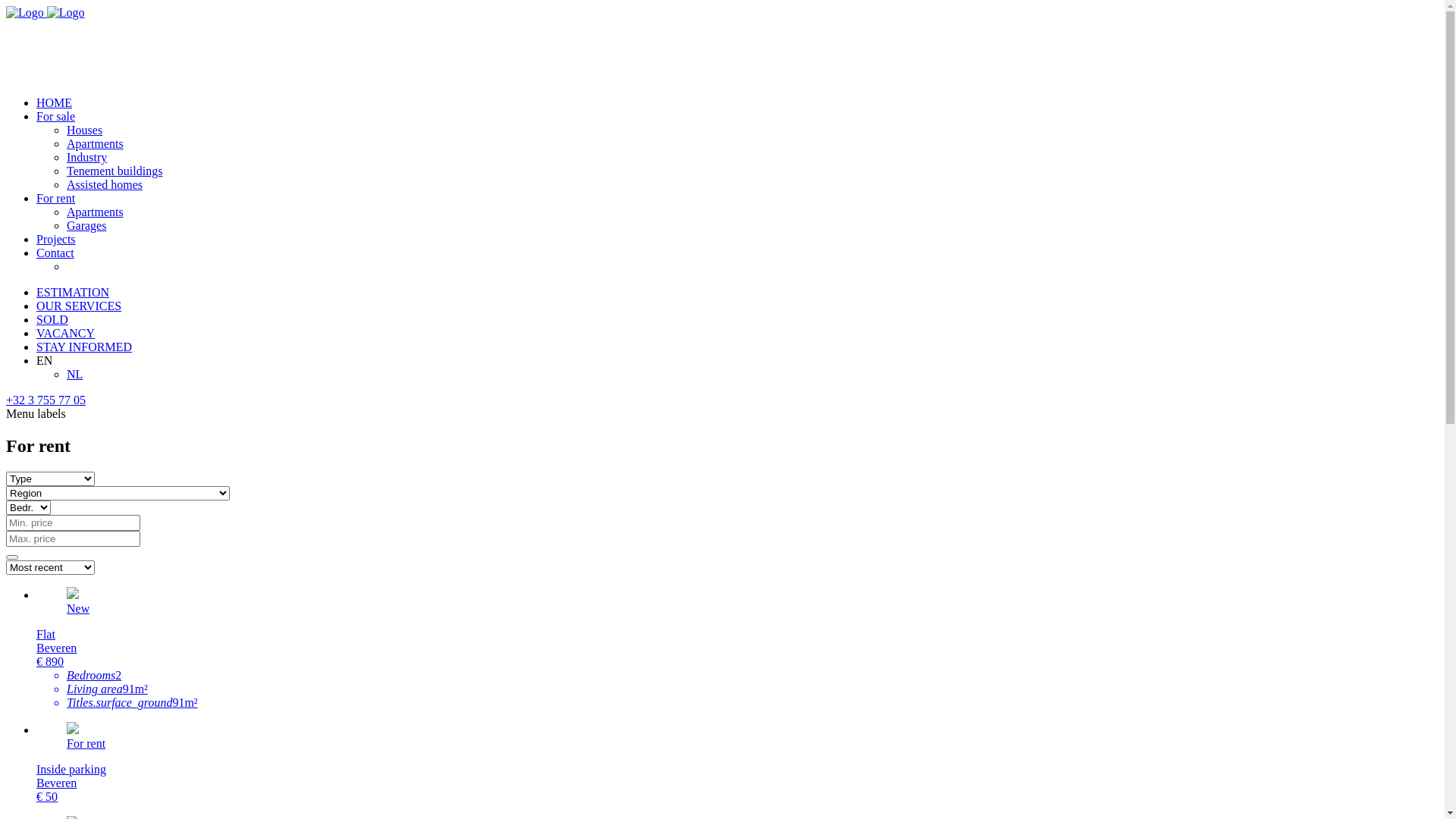 This screenshot has width=1456, height=819. I want to click on 'SOLD', so click(52, 318).